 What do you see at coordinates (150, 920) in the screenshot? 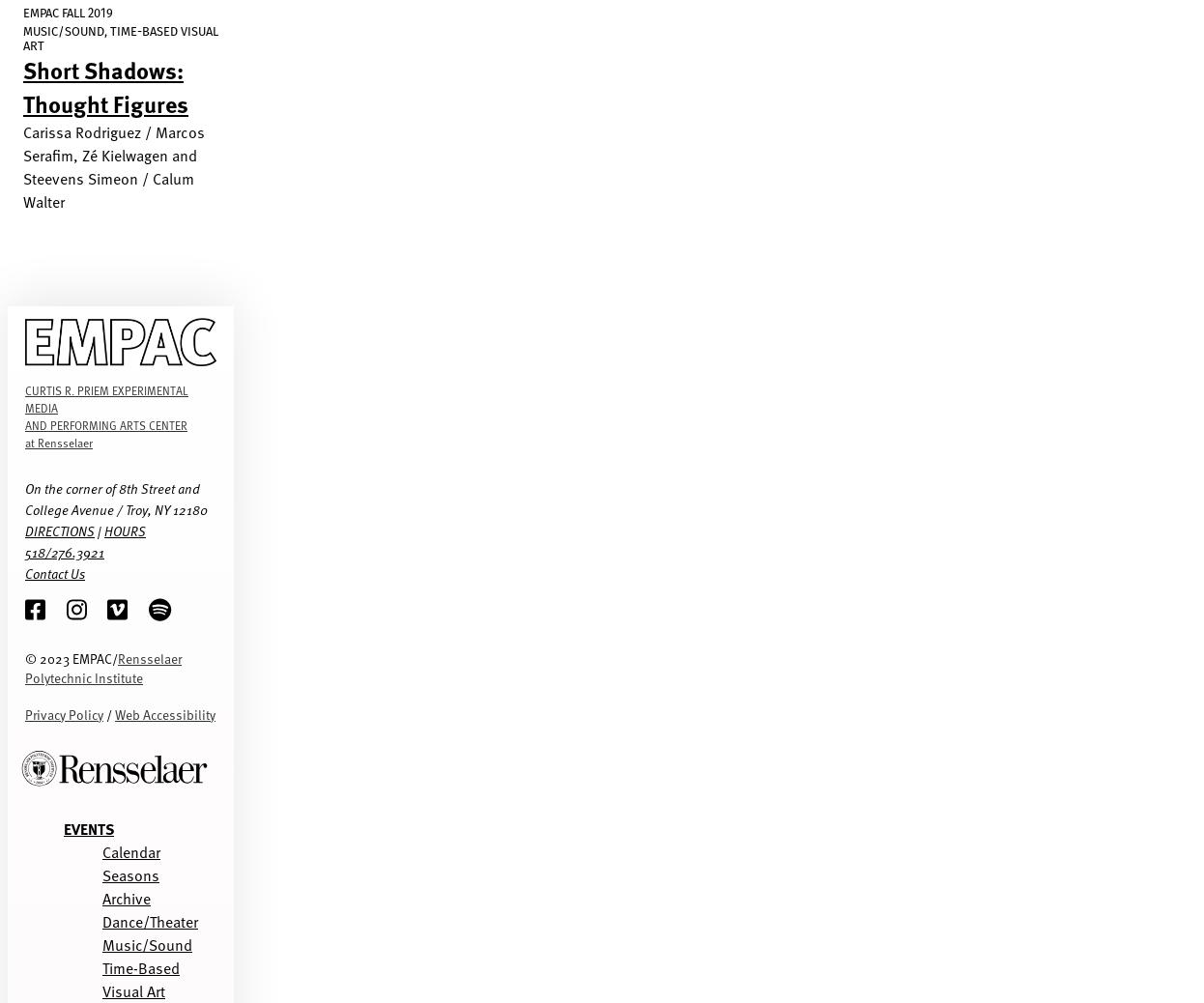
I see `'Dance/Theater'` at bounding box center [150, 920].